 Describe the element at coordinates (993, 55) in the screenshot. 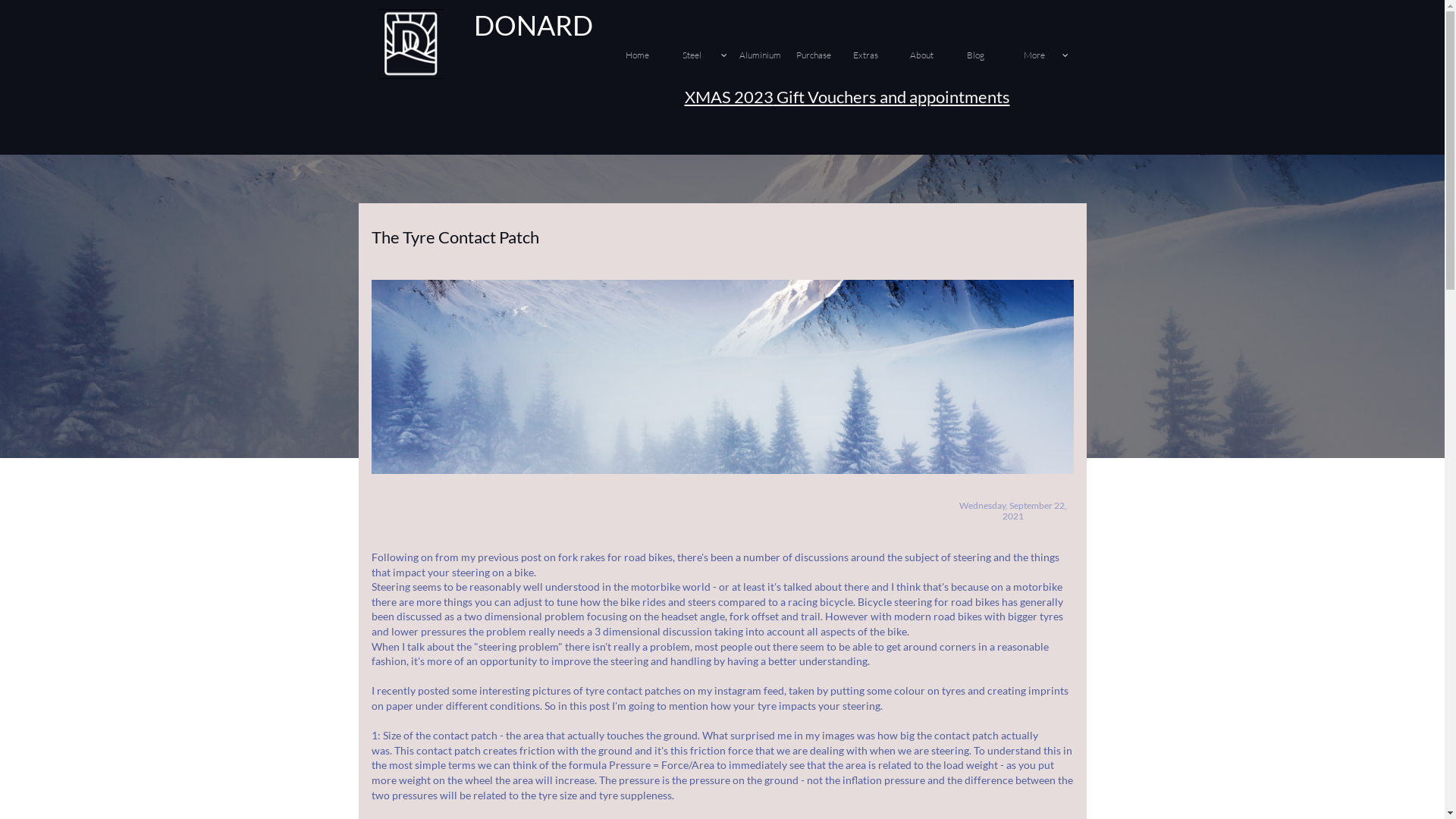

I see `'Blog'` at that location.